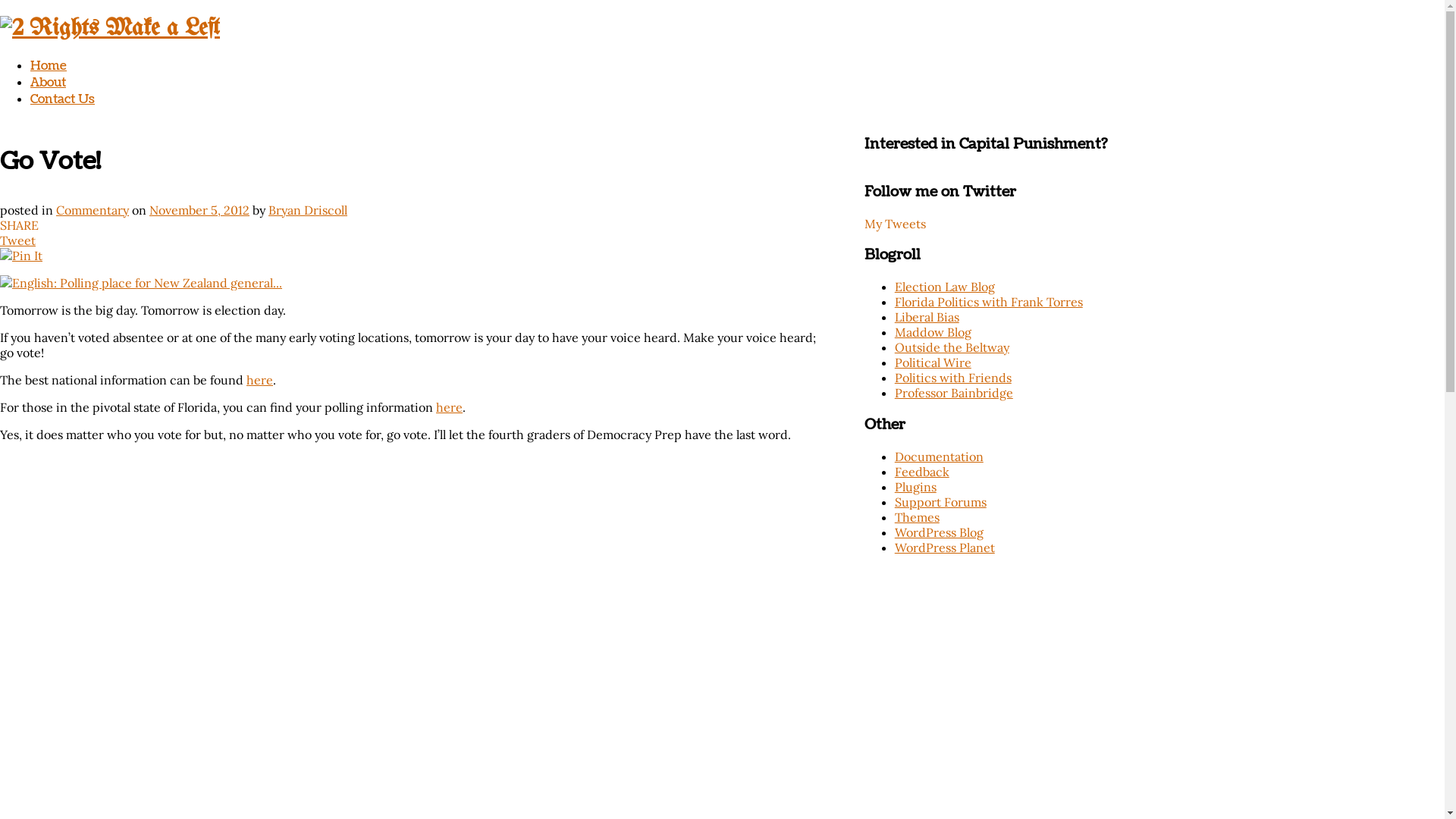  Describe the element at coordinates (48, 65) in the screenshot. I see `'Home'` at that location.